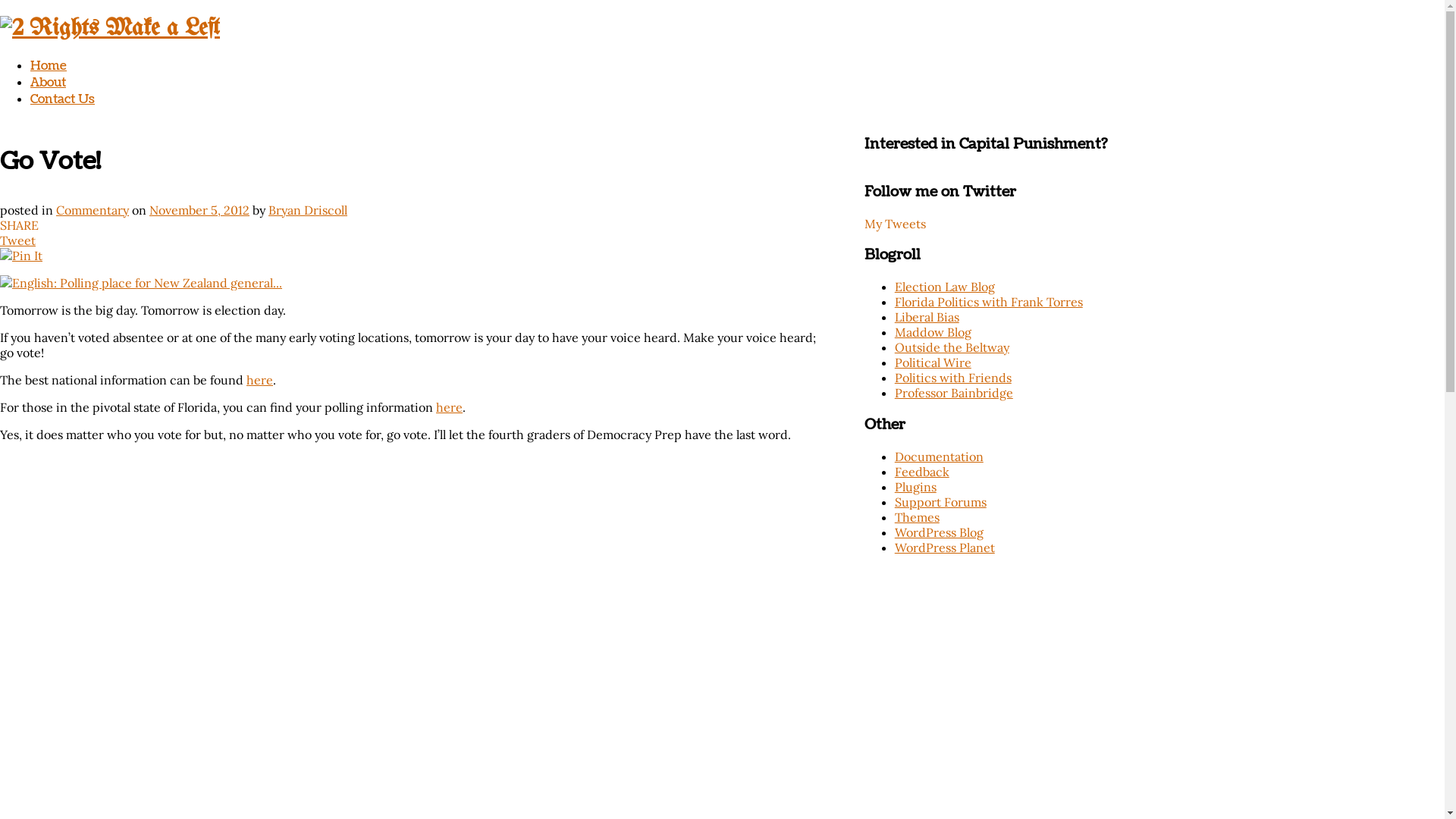  Describe the element at coordinates (48, 65) in the screenshot. I see `'Home'` at that location.